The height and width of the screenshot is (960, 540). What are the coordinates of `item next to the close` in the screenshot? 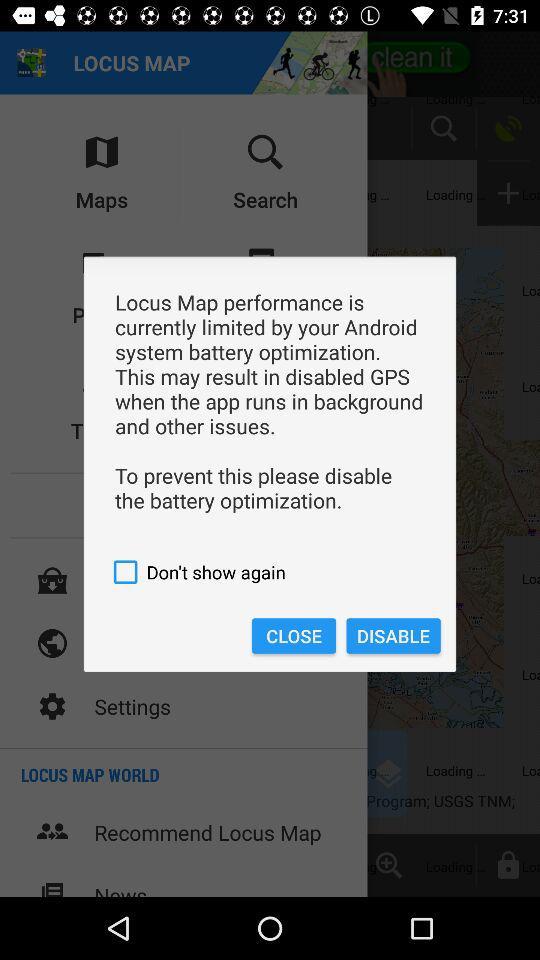 It's located at (393, 635).